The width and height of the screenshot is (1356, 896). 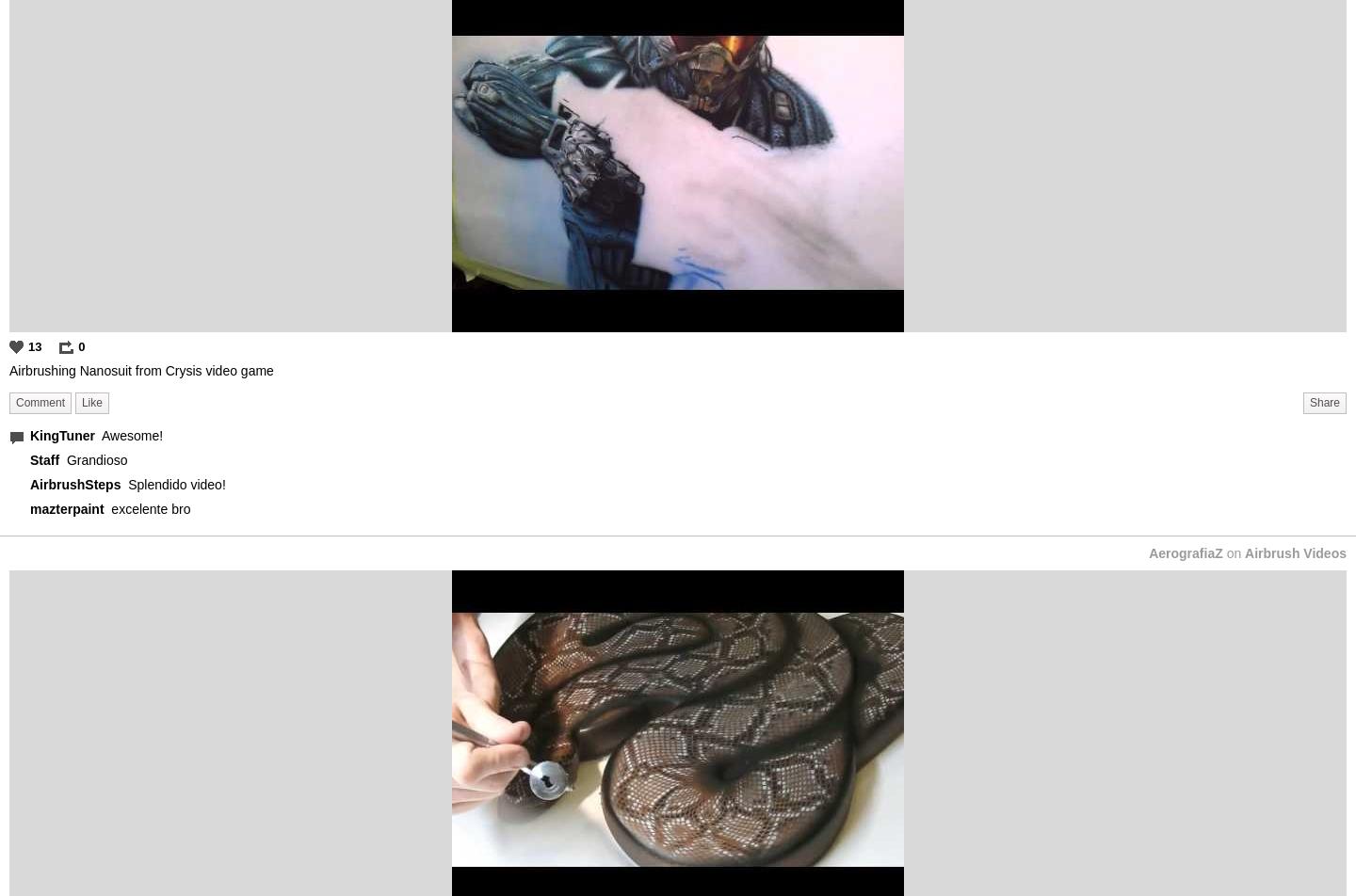 I want to click on 'AerografiaZ', so click(x=1184, y=552).